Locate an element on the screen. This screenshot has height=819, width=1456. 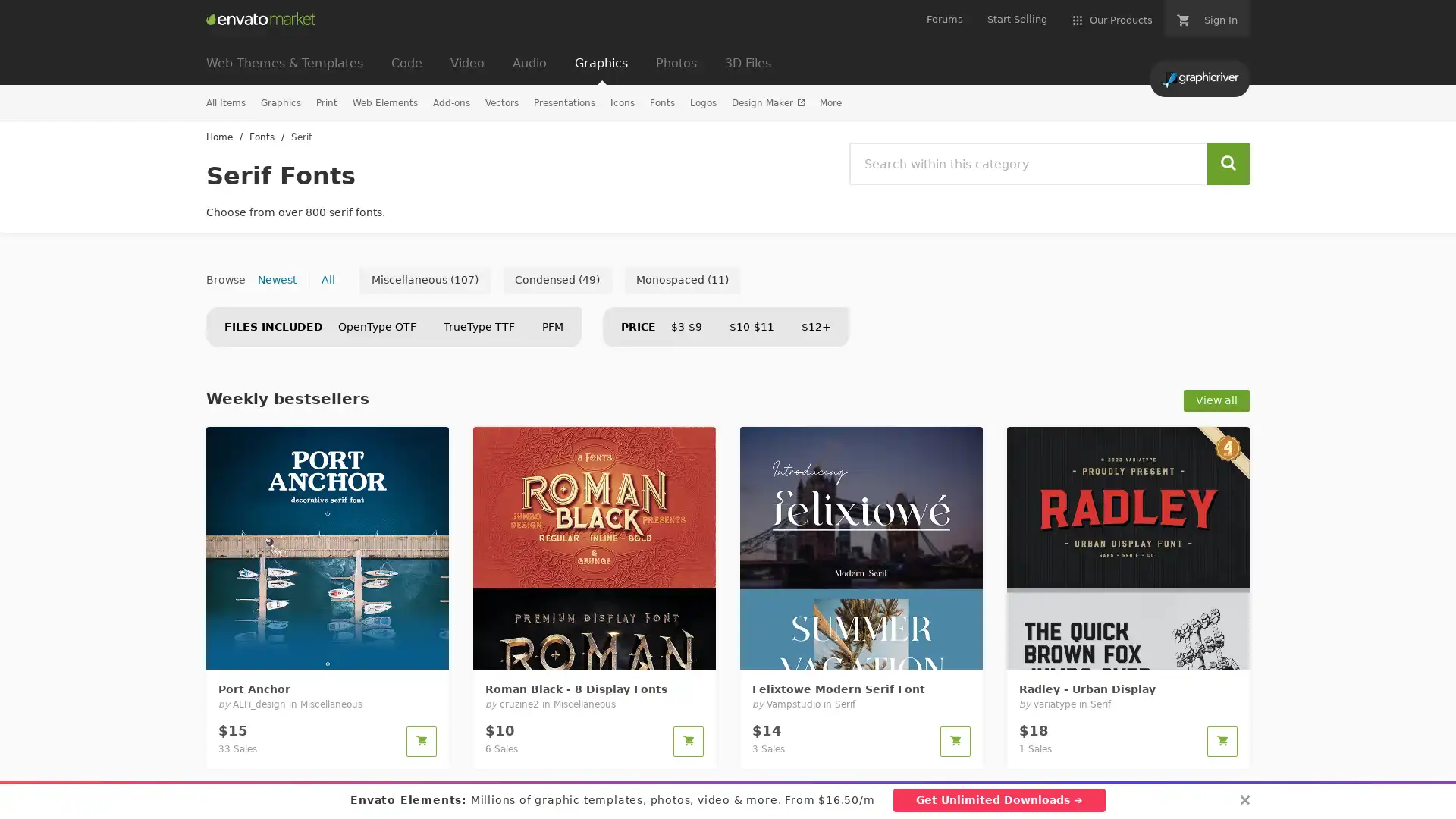
Add to Favorites is located at coordinates (1230, 648).